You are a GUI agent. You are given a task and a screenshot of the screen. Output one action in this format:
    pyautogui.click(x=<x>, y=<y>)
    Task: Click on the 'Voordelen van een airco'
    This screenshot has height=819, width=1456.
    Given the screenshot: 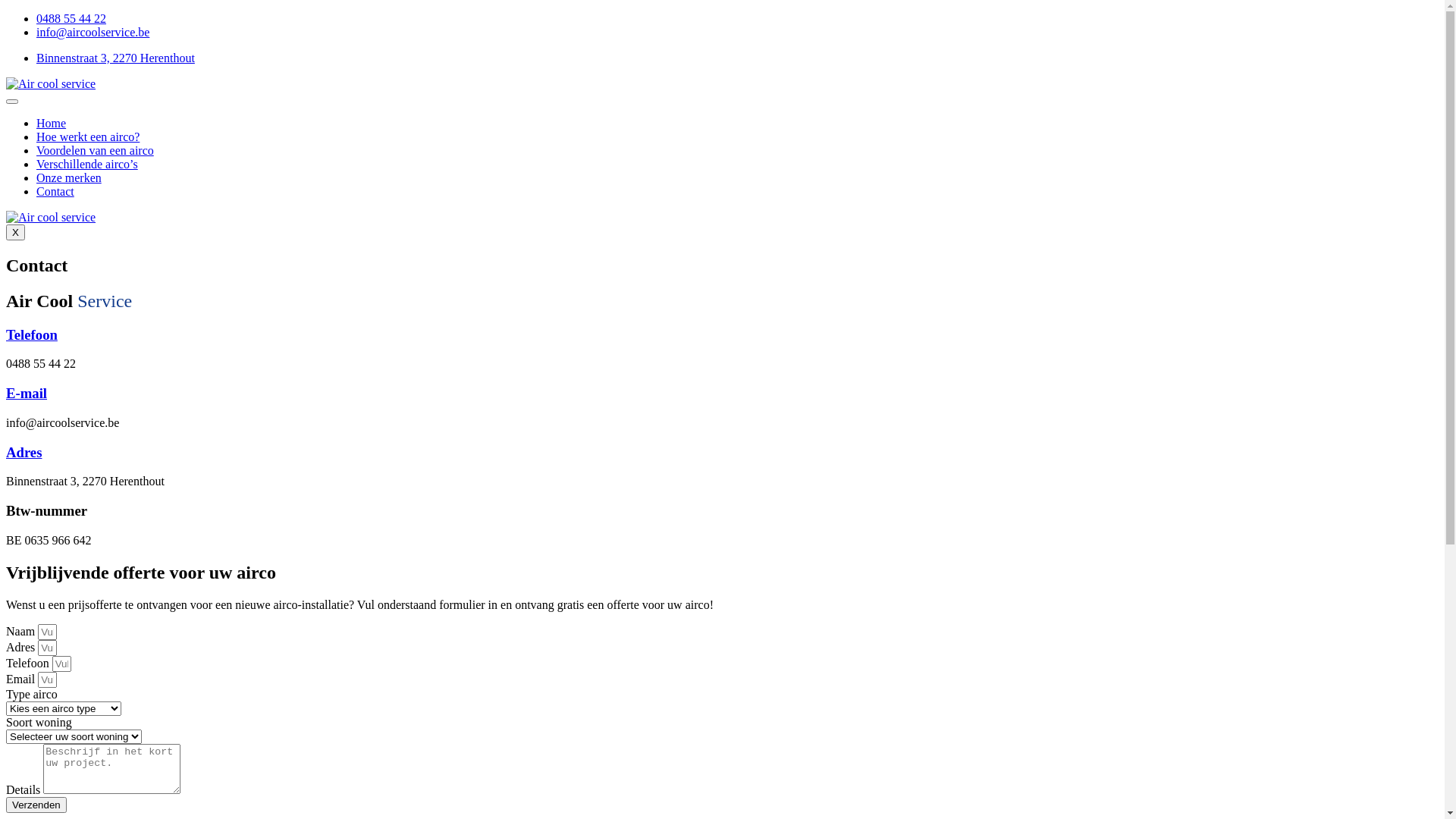 What is the action you would take?
    pyautogui.click(x=94, y=150)
    